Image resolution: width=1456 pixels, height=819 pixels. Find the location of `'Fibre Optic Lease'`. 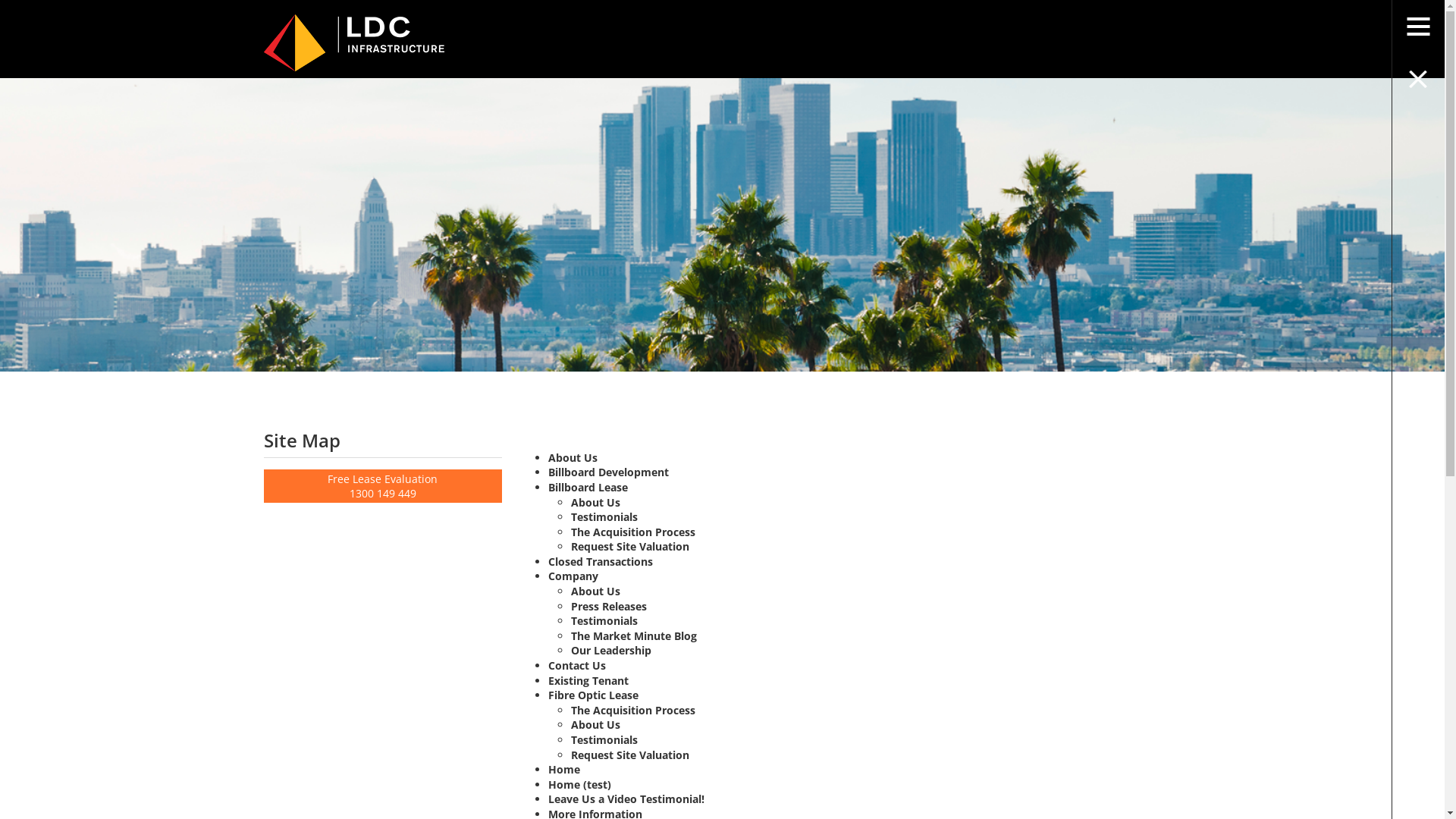

'Fibre Optic Lease' is located at coordinates (548, 695).